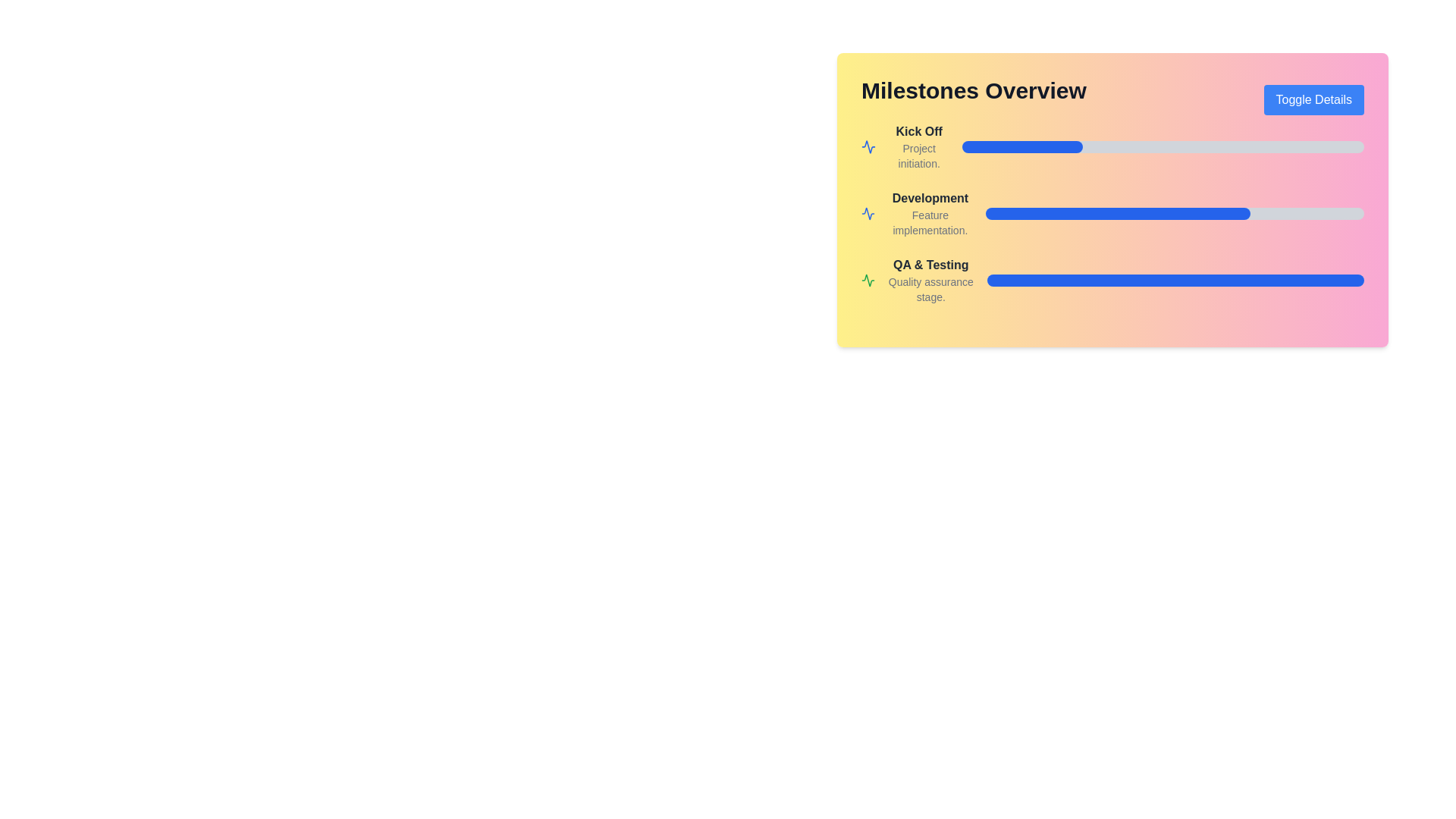  I want to click on the icon representing the 'Development' stage in the Milestones Overview section, located to the left of the 'Development' heading and aligned with the second milestone's progress bar, so click(868, 146).